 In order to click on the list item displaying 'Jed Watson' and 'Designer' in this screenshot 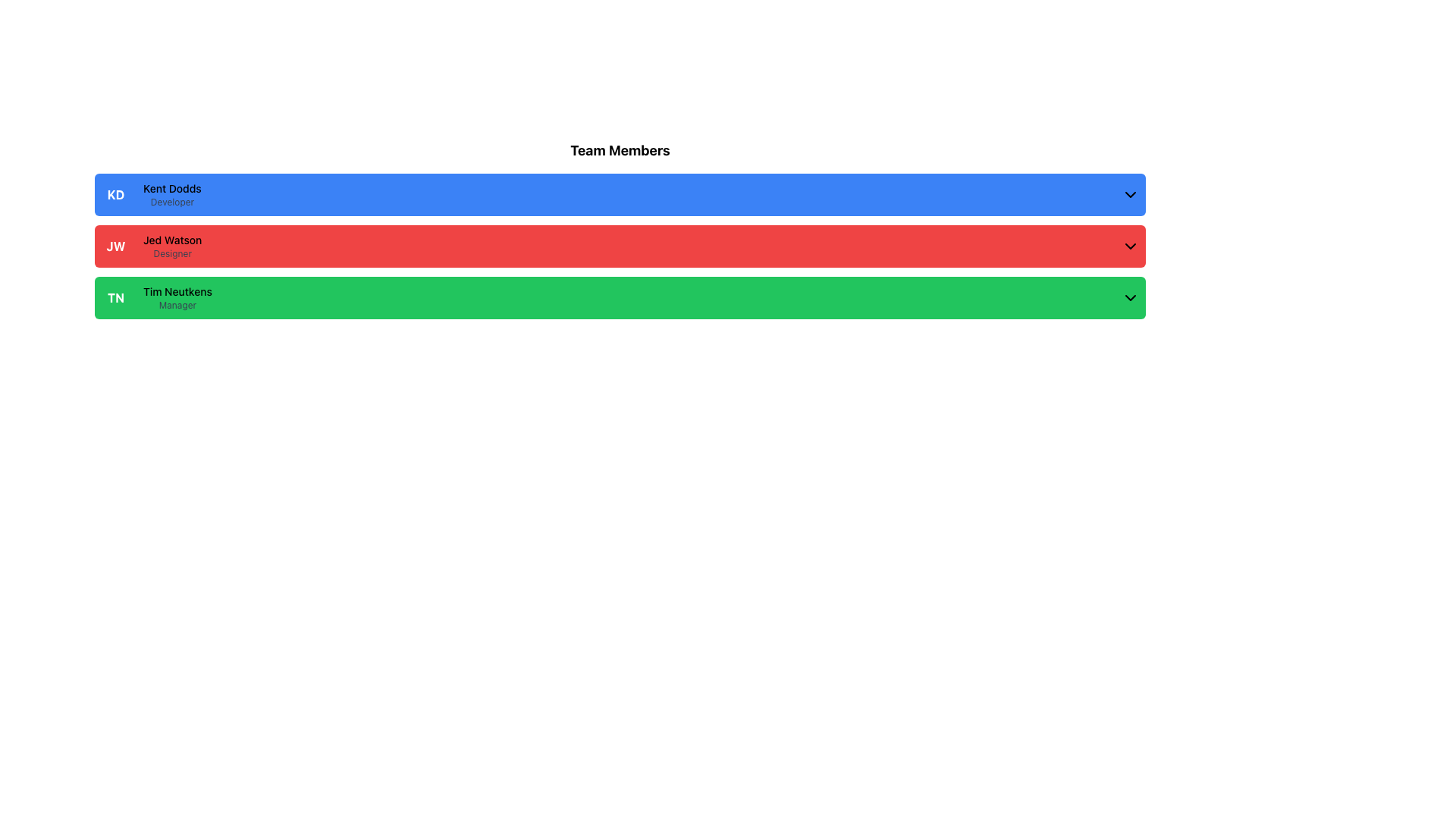, I will do `click(172, 245)`.